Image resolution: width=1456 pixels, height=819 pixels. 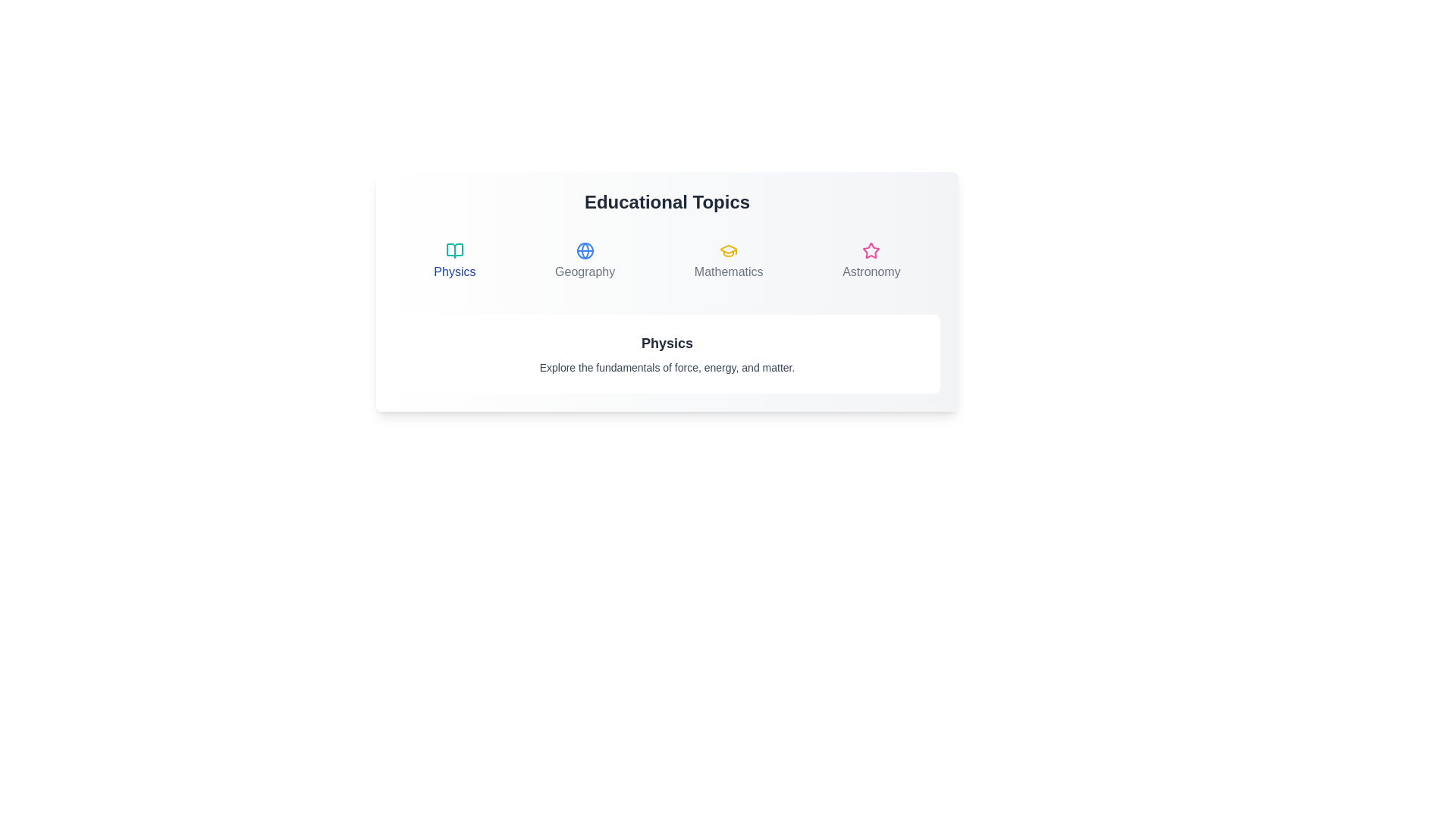 I want to click on the Astronomy tab to observe visual feedback, so click(x=871, y=260).